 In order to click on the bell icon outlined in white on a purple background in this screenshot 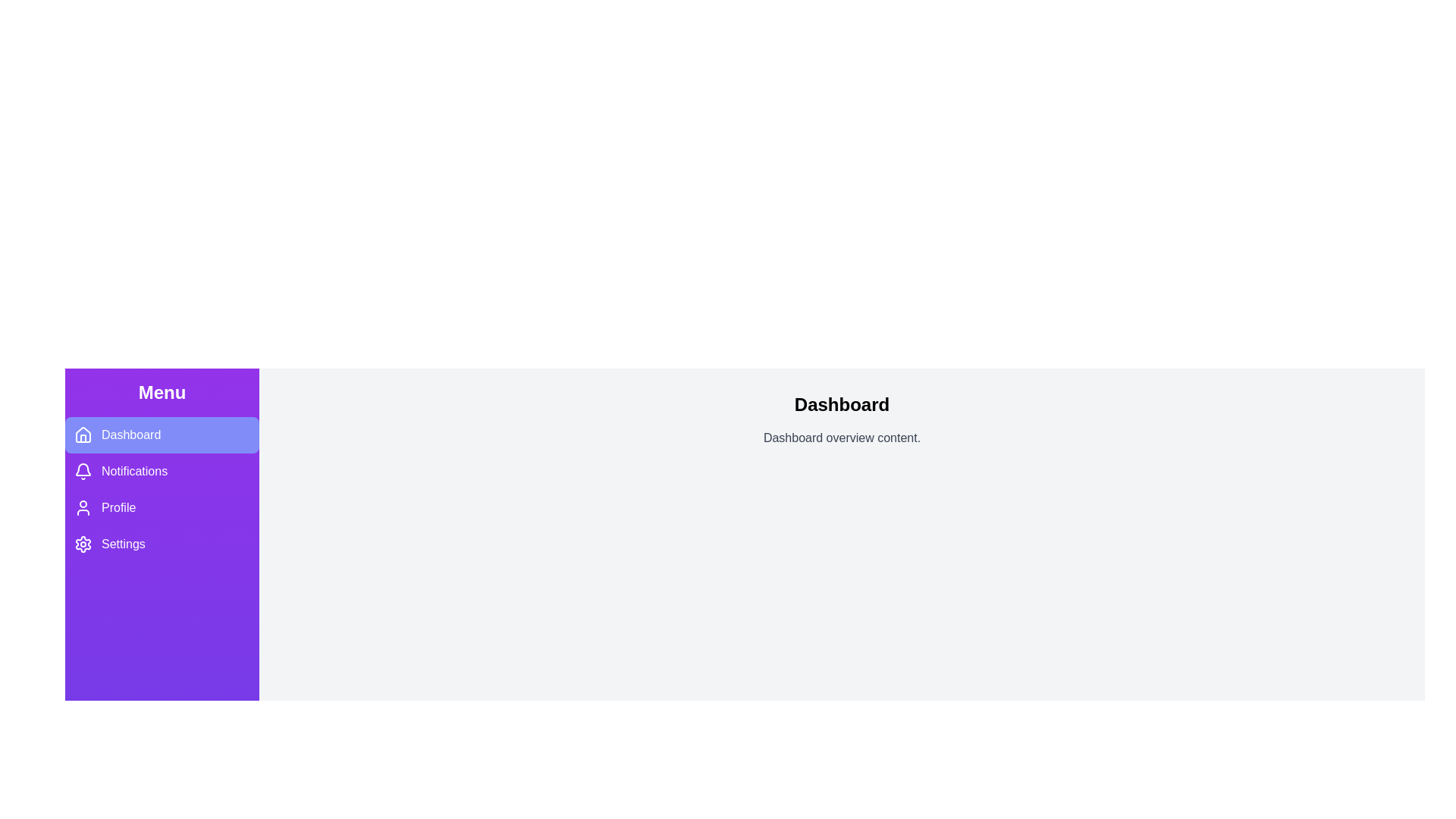, I will do `click(83, 470)`.